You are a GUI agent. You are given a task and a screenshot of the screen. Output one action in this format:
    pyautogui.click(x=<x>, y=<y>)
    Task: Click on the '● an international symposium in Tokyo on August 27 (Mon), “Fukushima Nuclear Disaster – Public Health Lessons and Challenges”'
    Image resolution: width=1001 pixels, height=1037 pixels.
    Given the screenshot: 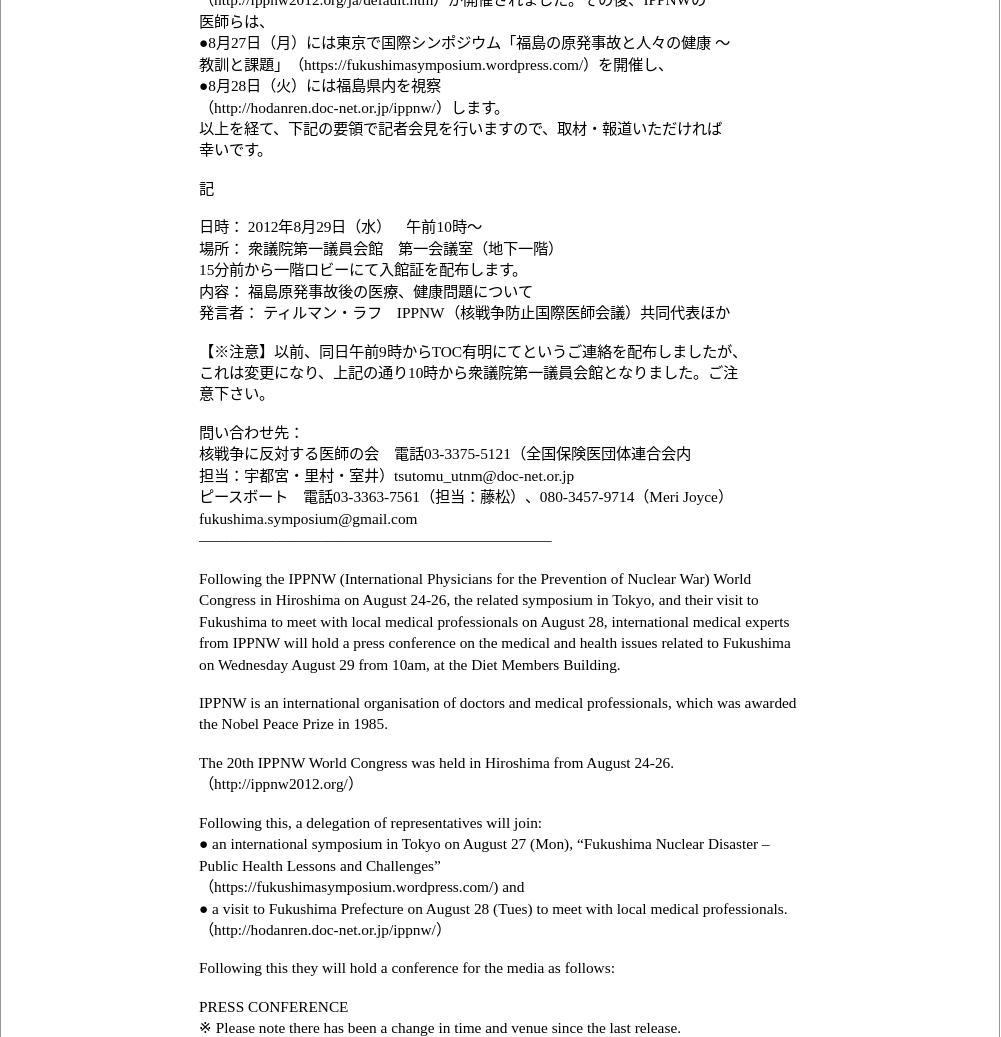 What is the action you would take?
    pyautogui.click(x=483, y=853)
    